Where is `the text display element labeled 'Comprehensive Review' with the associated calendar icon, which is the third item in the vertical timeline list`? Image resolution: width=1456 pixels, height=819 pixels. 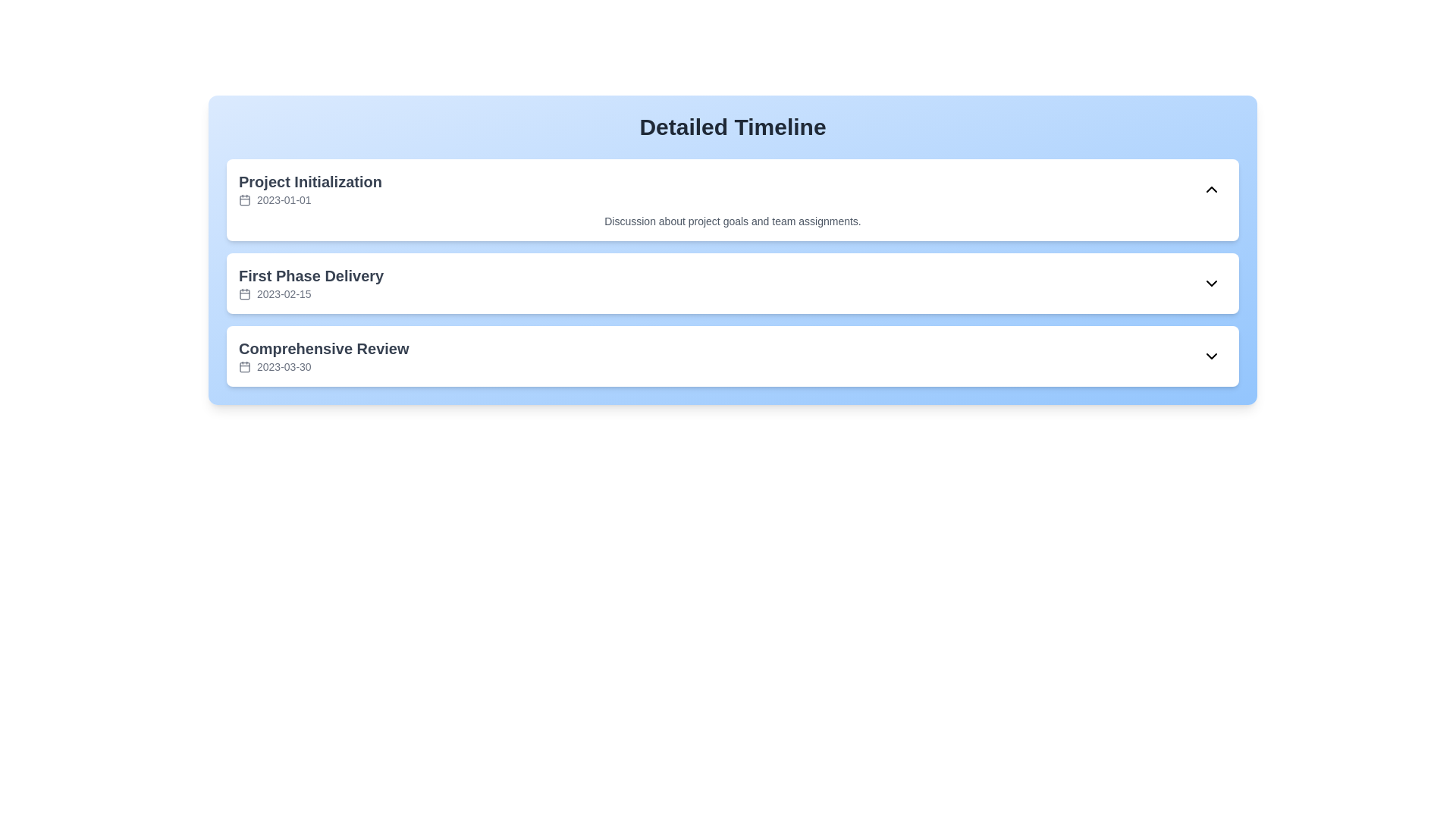 the text display element labeled 'Comprehensive Review' with the associated calendar icon, which is the third item in the vertical timeline list is located at coordinates (323, 356).